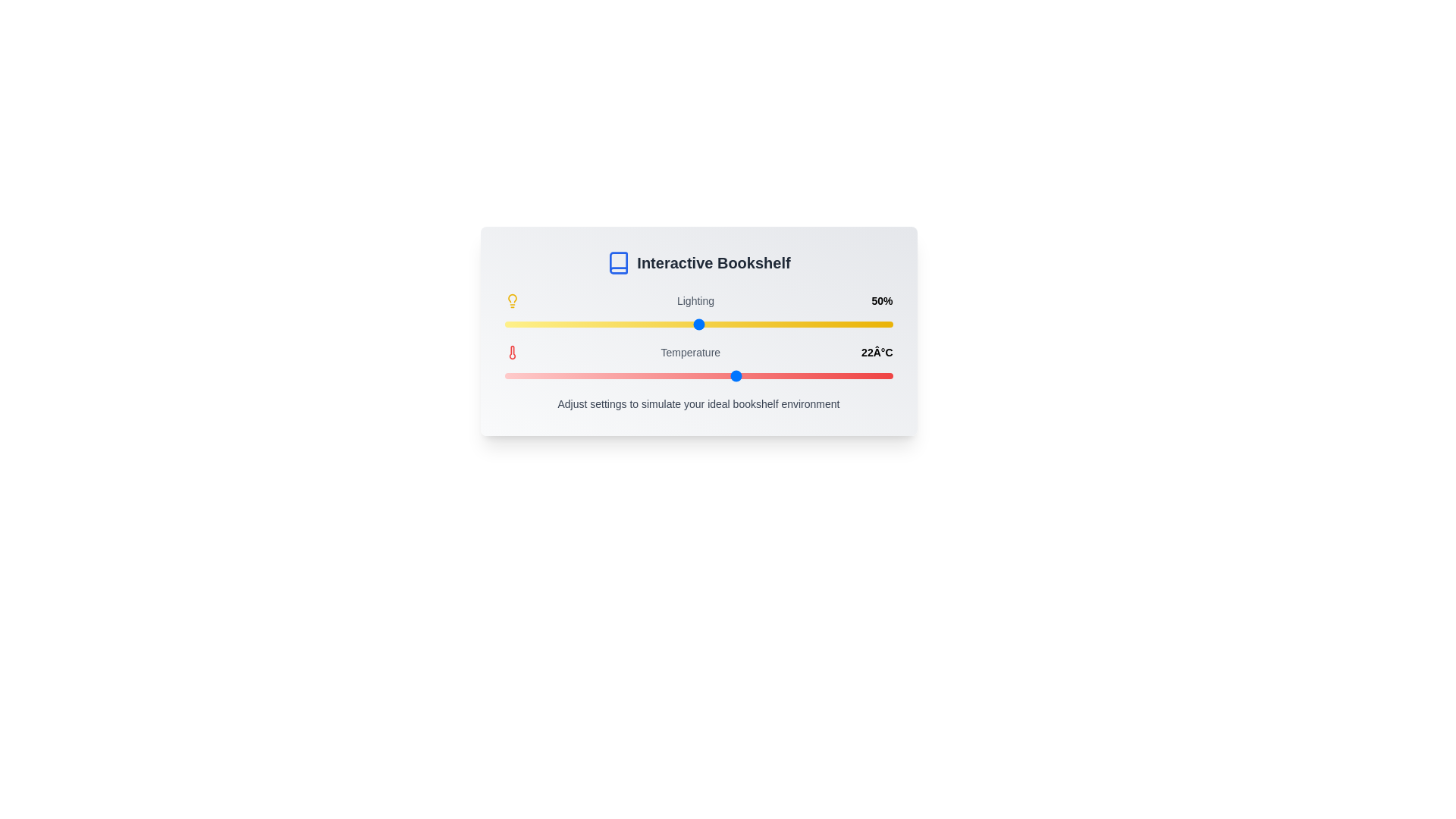 This screenshot has height=819, width=1456. Describe the element at coordinates (717, 324) in the screenshot. I see `the lighting slider to 55%` at that location.